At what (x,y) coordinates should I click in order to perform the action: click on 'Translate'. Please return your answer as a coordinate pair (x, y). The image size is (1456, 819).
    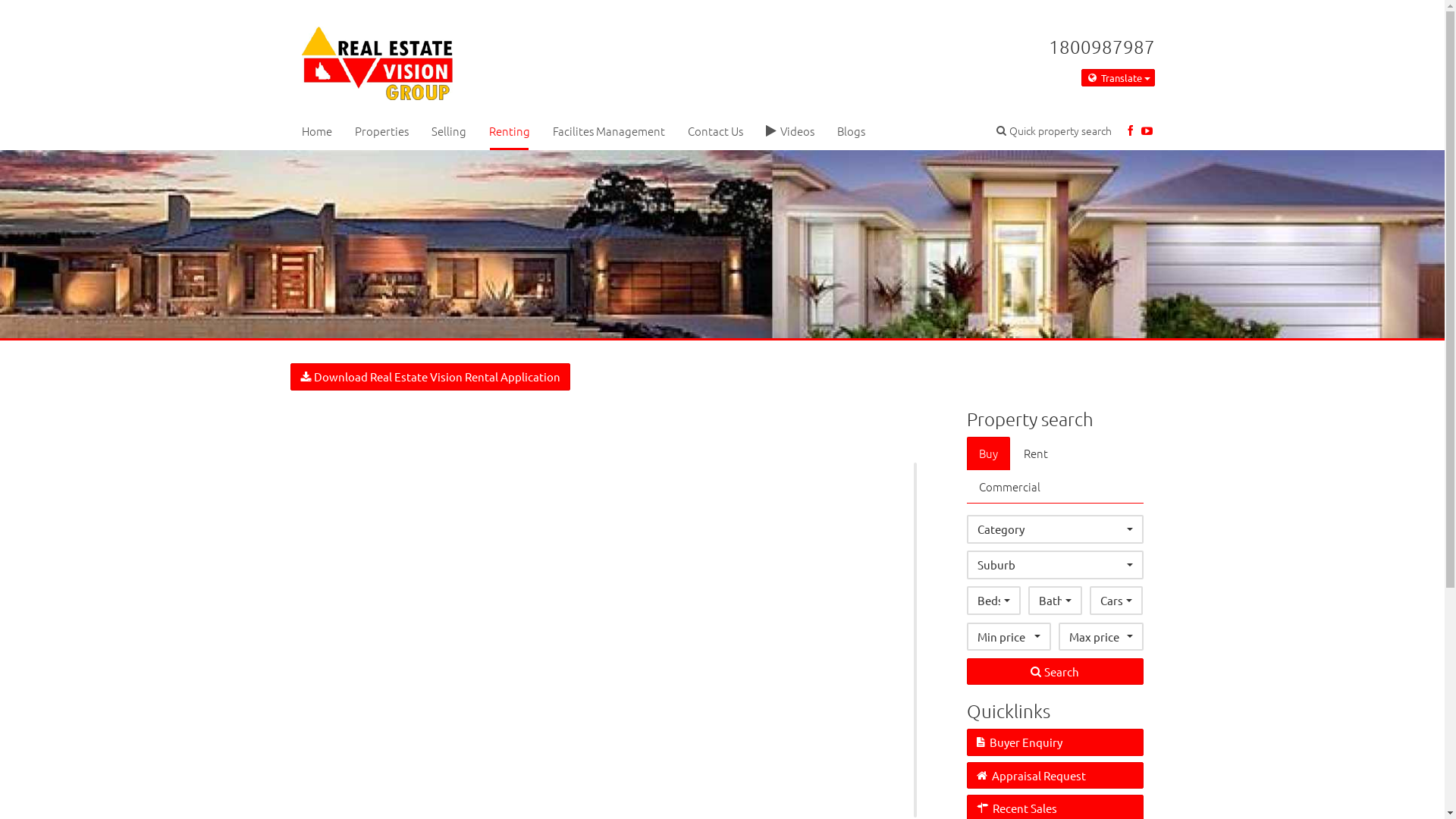
    Looking at the image, I should click on (1118, 78).